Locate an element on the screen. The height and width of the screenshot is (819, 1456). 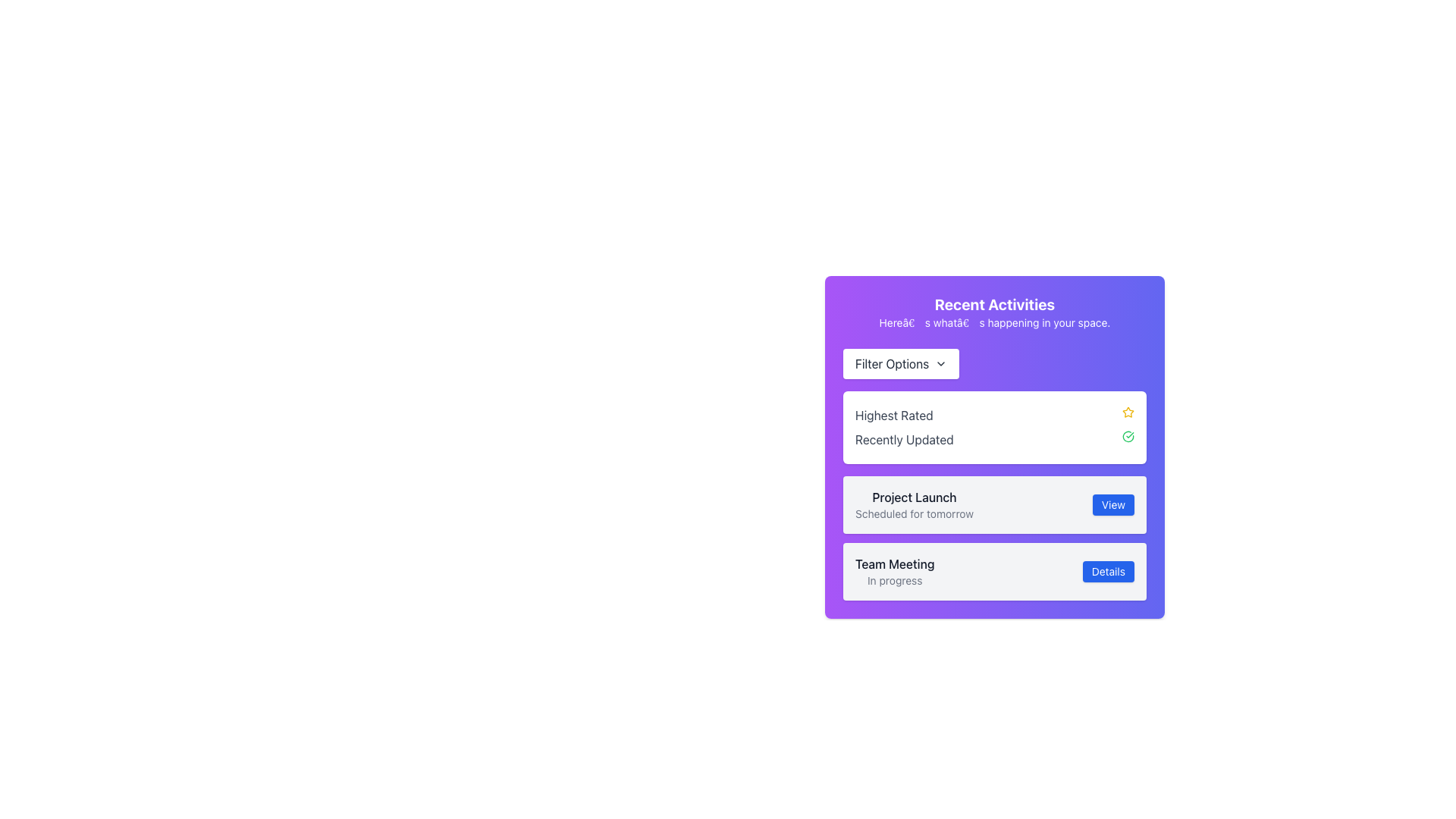
the star icon located on the far right of the 'Highest Rated' option in the 'Recent Activities' section to interact with the rating feature is located at coordinates (1128, 412).